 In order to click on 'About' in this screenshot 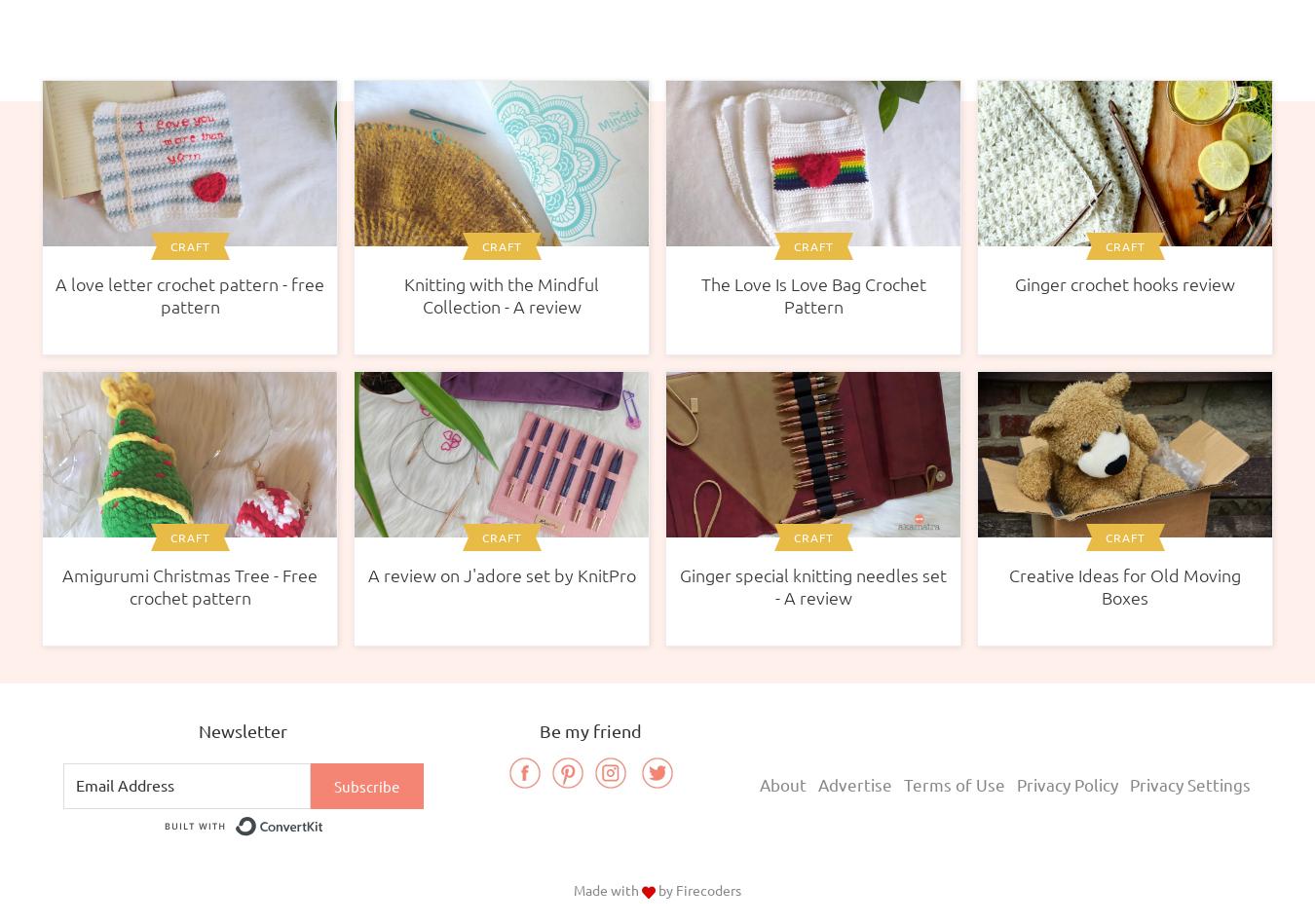, I will do `click(783, 783)`.